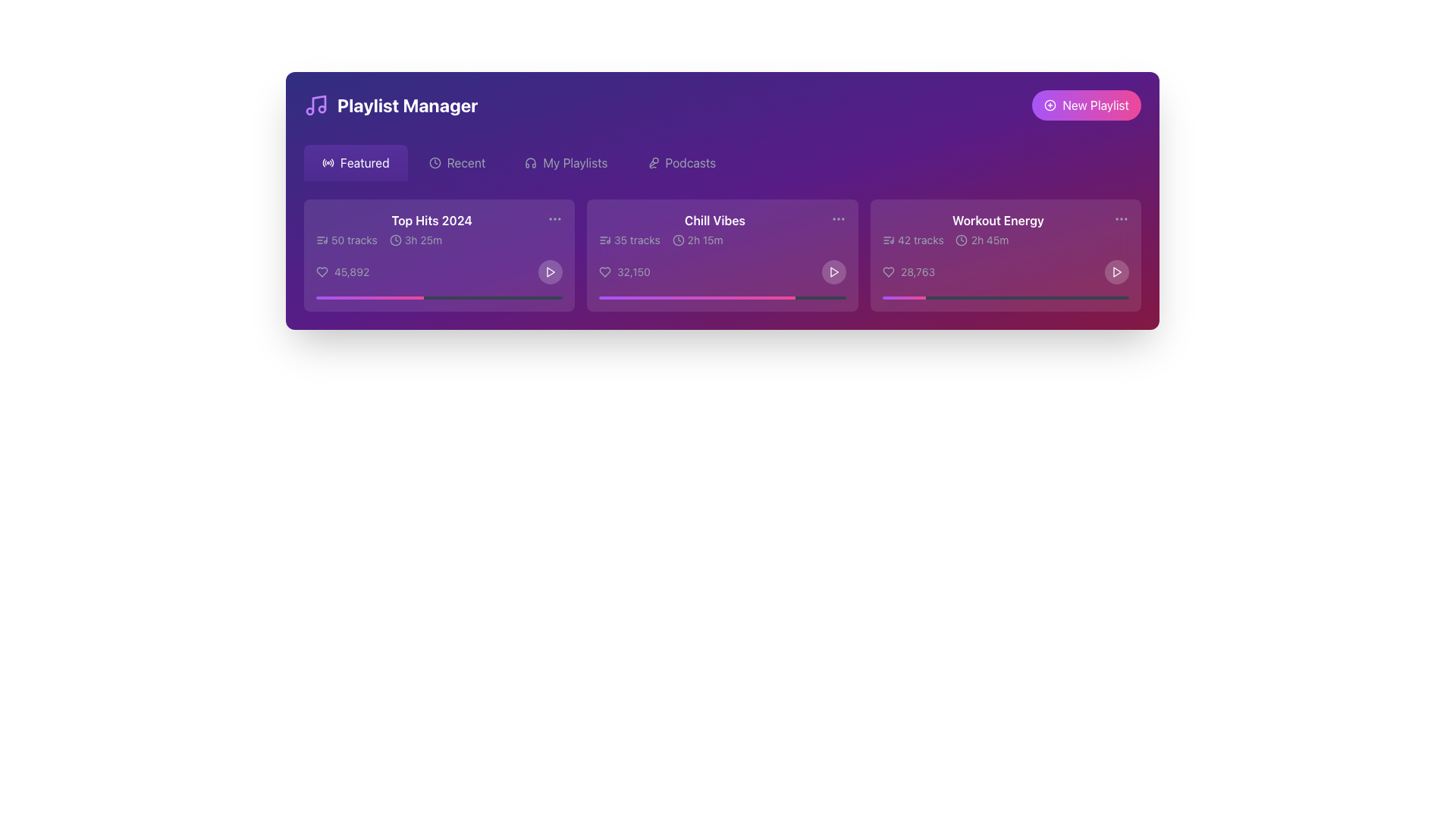 Image resolution: width=1456 pixels, height=819 pixels. I want to click on the 'My Playlists' button in the horizontal menu bar, so click(565, 163).